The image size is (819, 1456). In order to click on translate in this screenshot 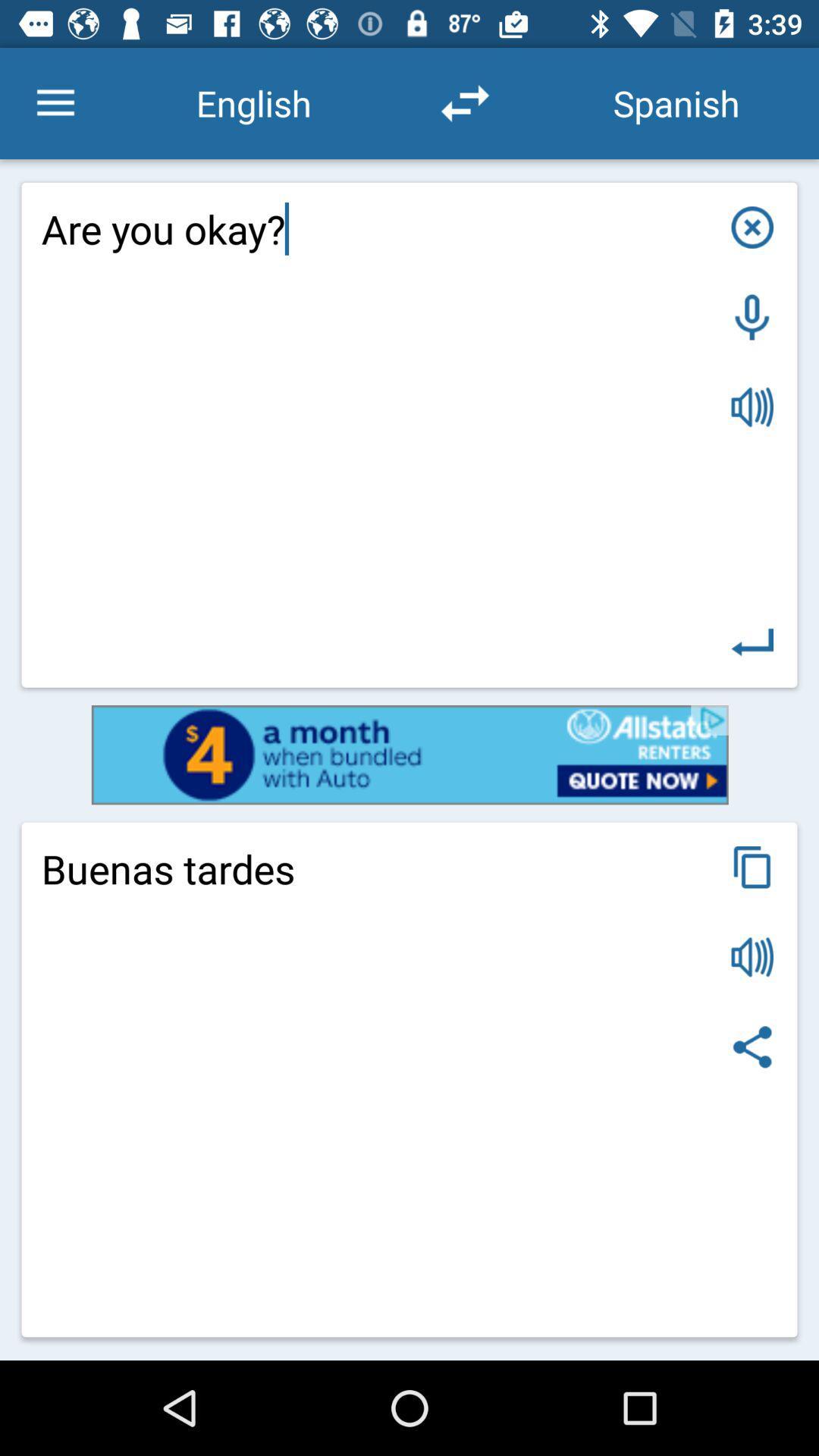, I will do `click(752, 642)`.